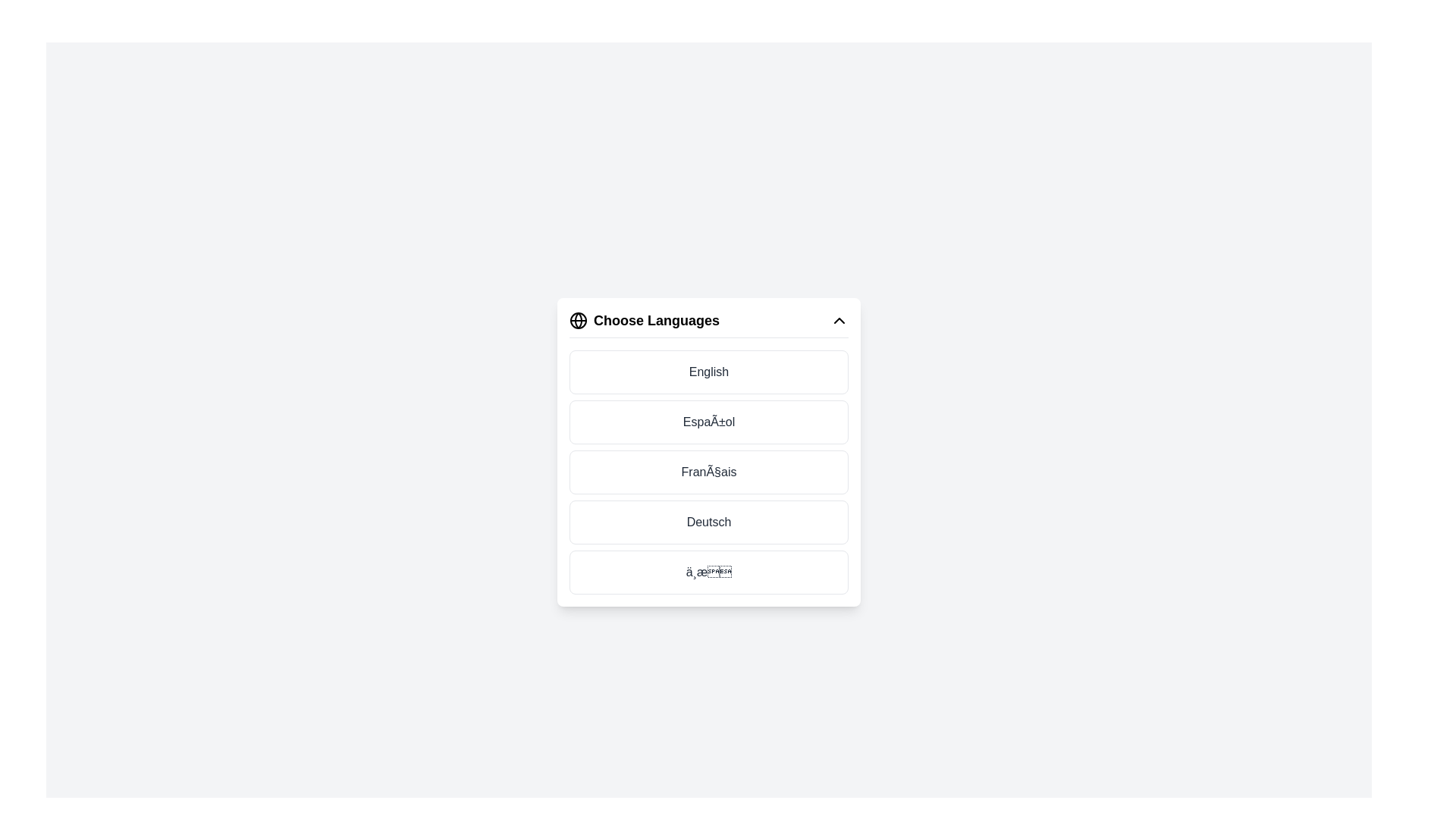 The width and height of the screenshot is (1456, 819). What do you see at coordinates (578, 318) in the screenshot?
I see `the language selection icon located to the left of the 'Choose Languages' text, which signifies the dropdown menu for language selection` at bounding box center [578, 318].